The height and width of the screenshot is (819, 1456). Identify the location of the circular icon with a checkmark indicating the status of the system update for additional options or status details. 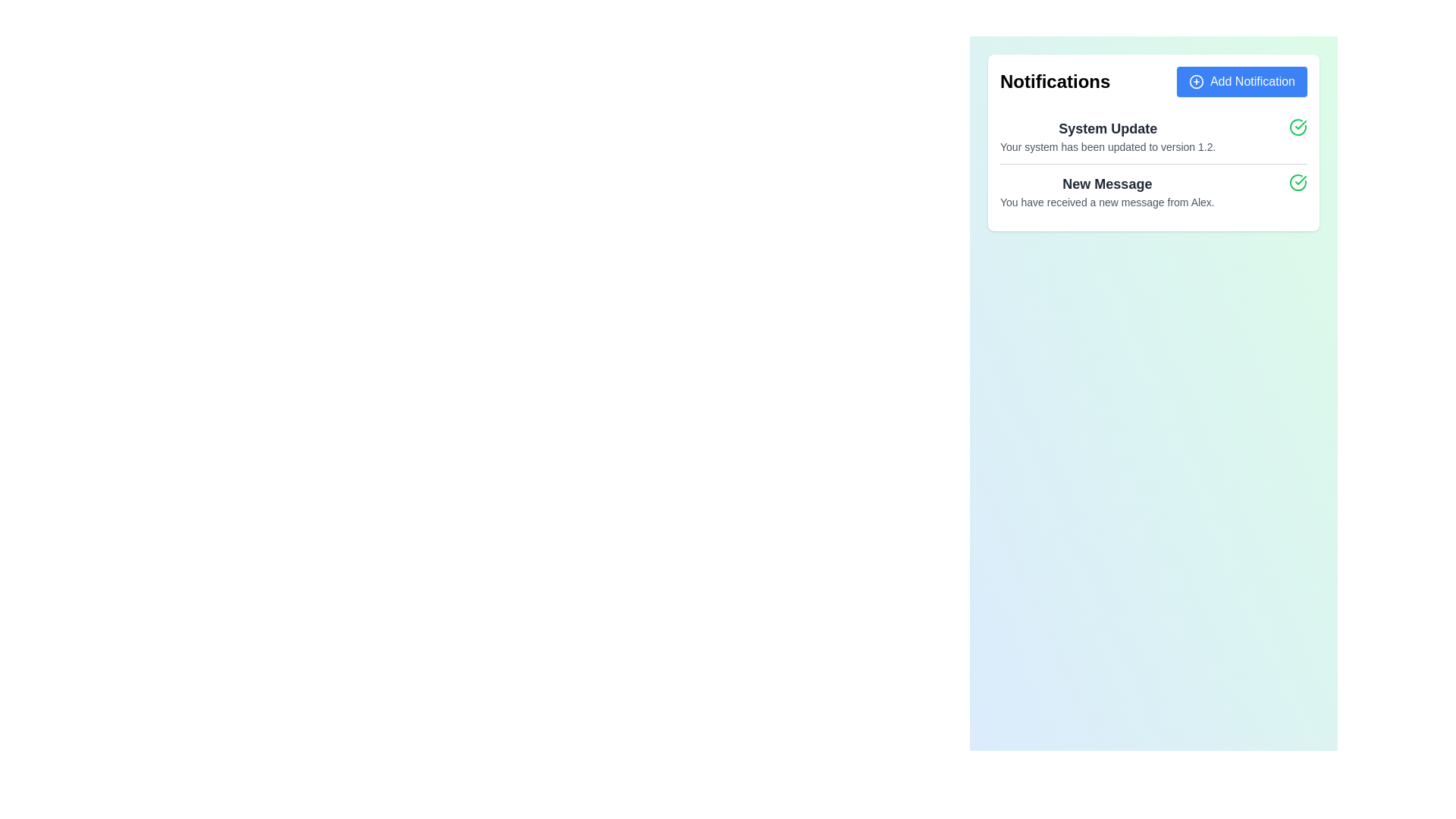
(1298, 127).